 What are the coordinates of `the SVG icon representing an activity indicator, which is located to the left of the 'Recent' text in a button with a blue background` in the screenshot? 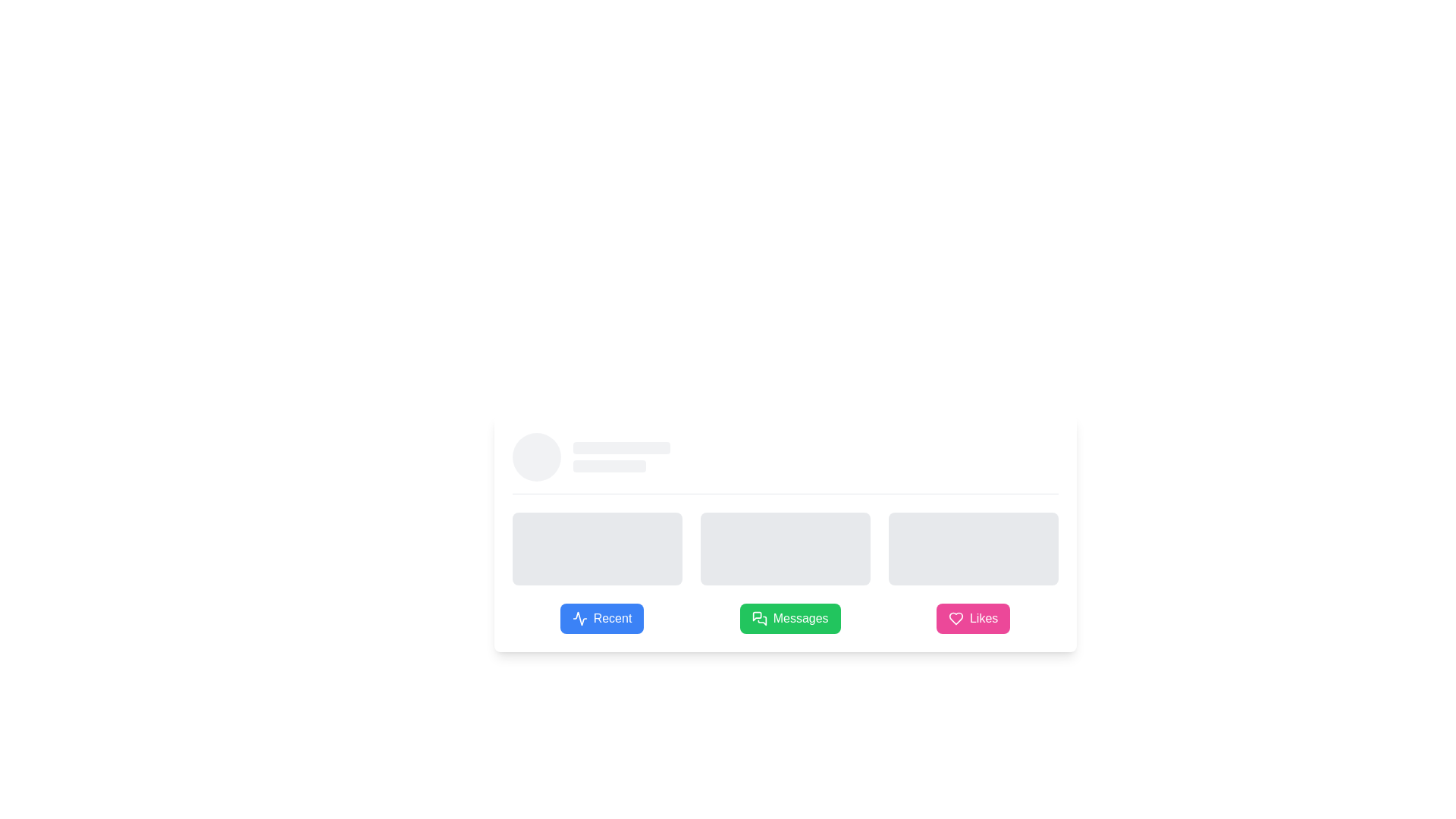 It's located at (579, 619).